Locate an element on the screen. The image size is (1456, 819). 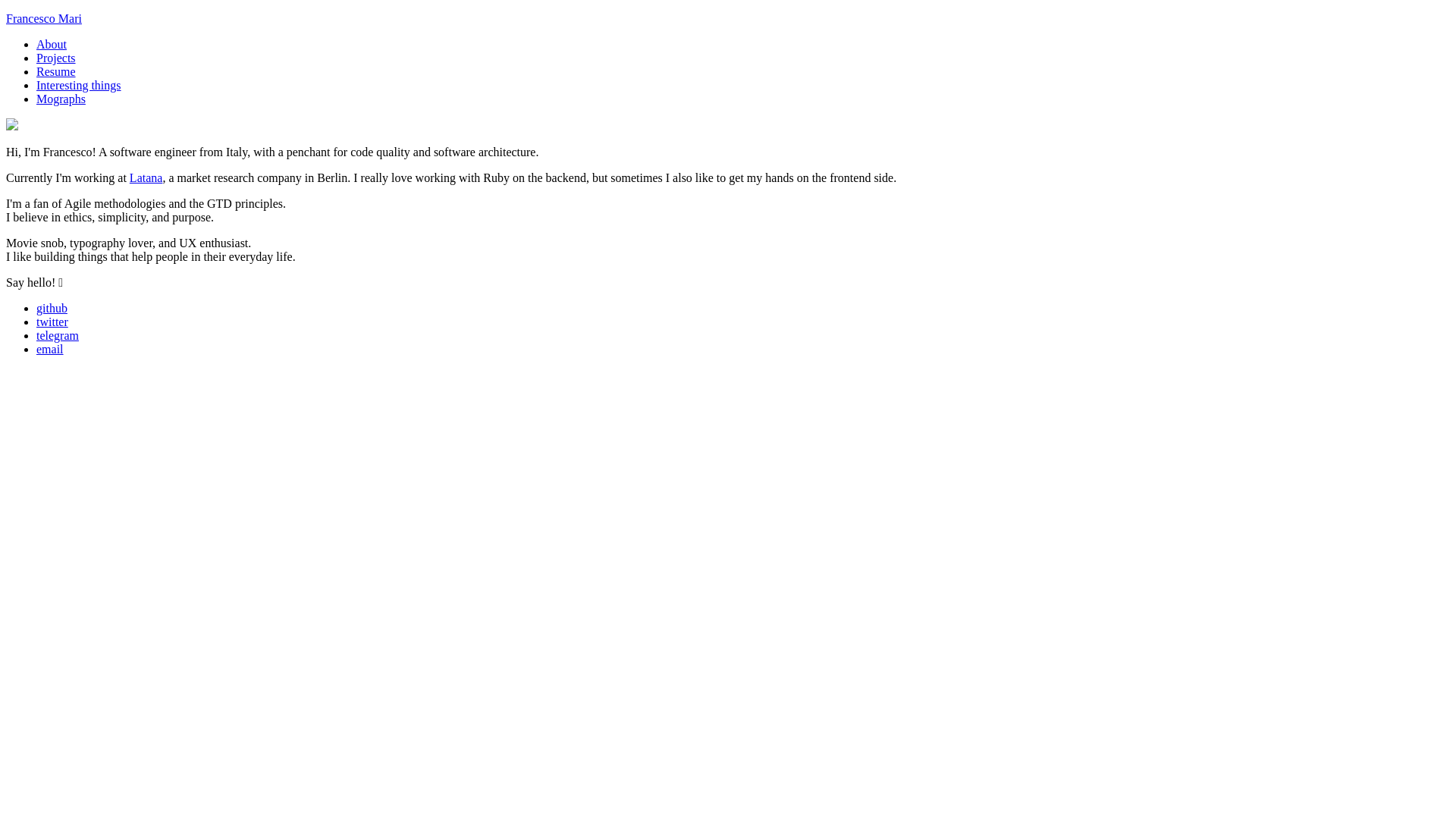
'email' is located at coordinates (50, 349).